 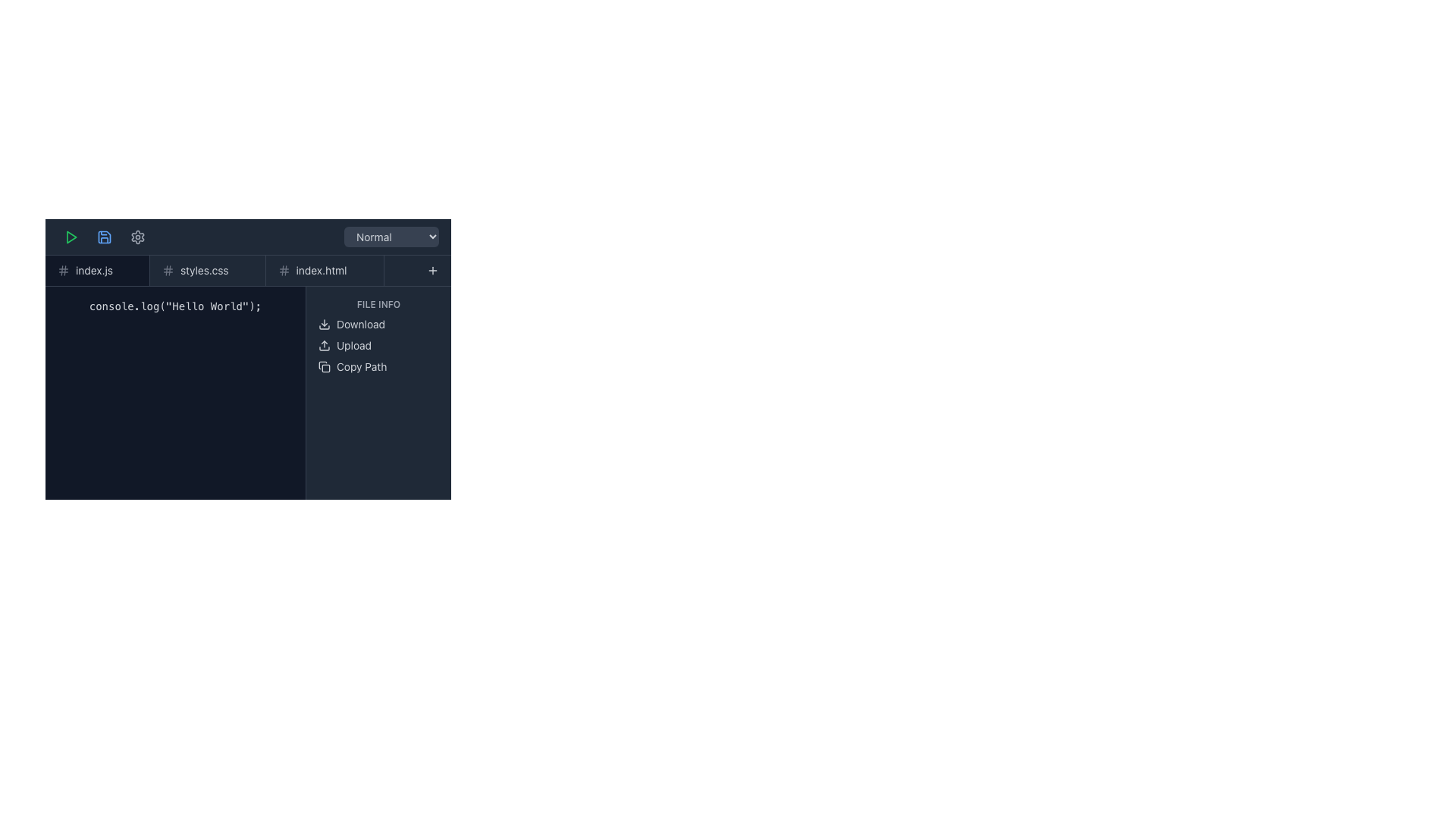 What do you see at coordinates (321, 270) in the screenshot?
I see `the text label displaying the file name 'index.html' in the navigation bar, which is the third text label in a row of file tabs adjacent to 'index.js' and 'styles.css'` at bounding box center [321, 270].